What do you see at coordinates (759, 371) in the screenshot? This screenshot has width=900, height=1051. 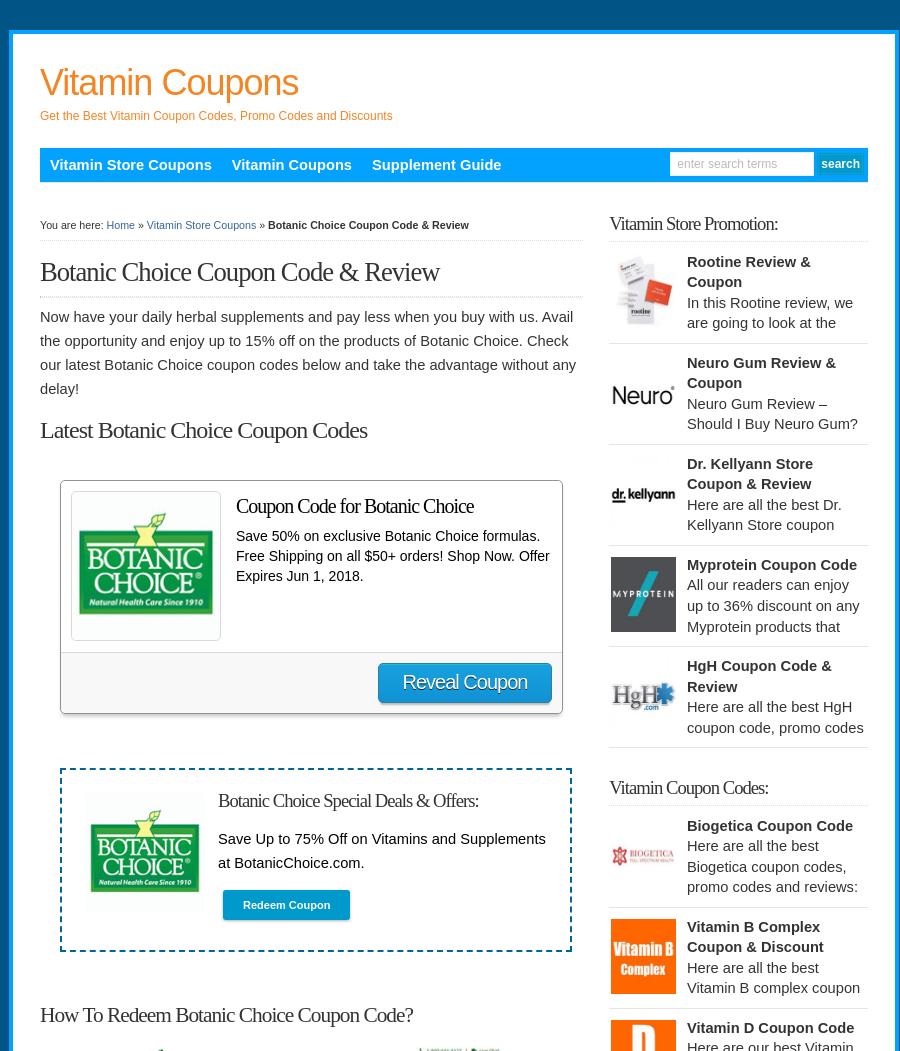 I see `'Neuro Gum Review & Coupon'` at bounding box center [759, 371].